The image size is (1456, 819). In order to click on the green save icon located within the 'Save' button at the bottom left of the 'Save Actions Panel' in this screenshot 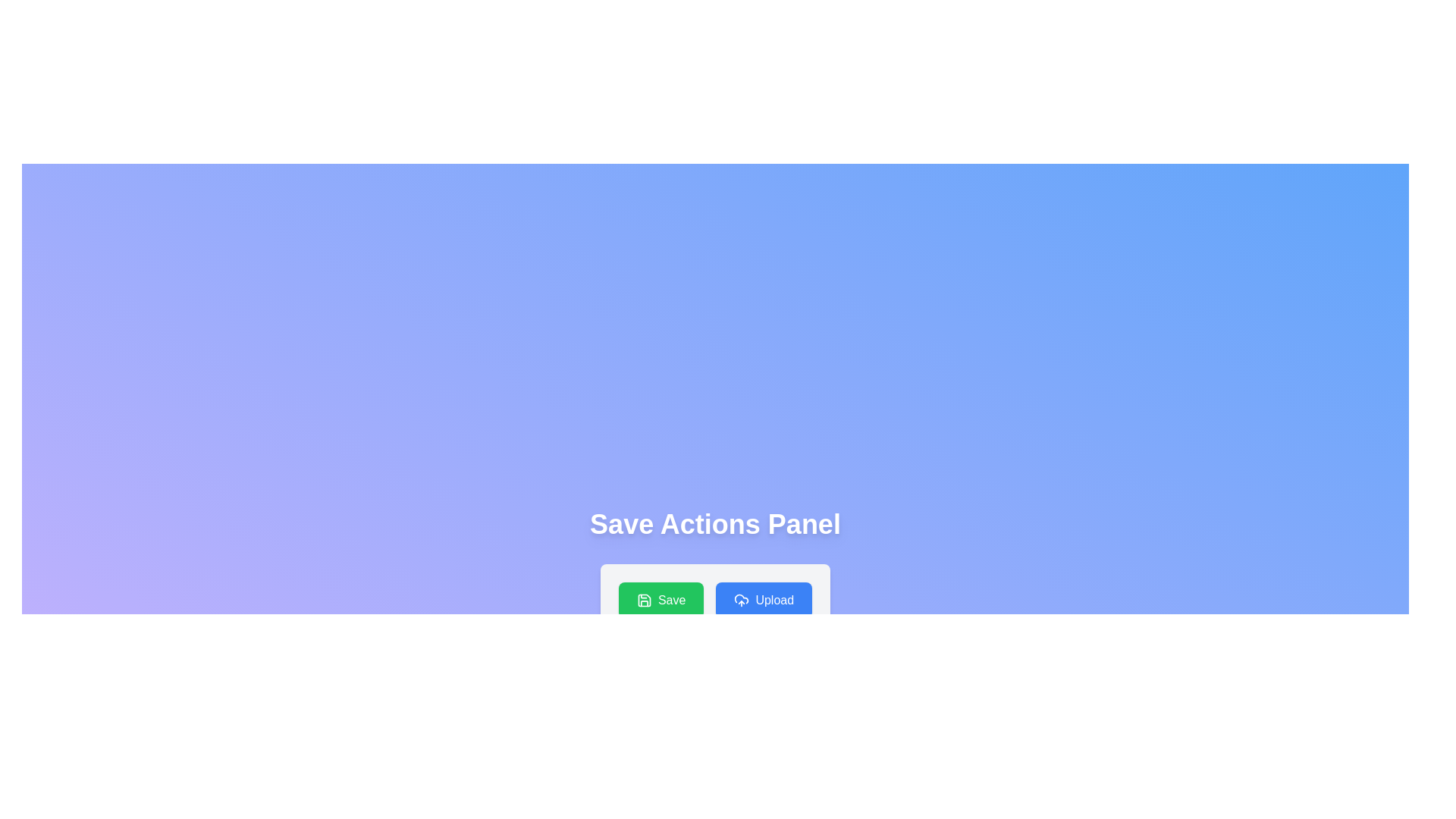, I will do `click(644, 599)`.